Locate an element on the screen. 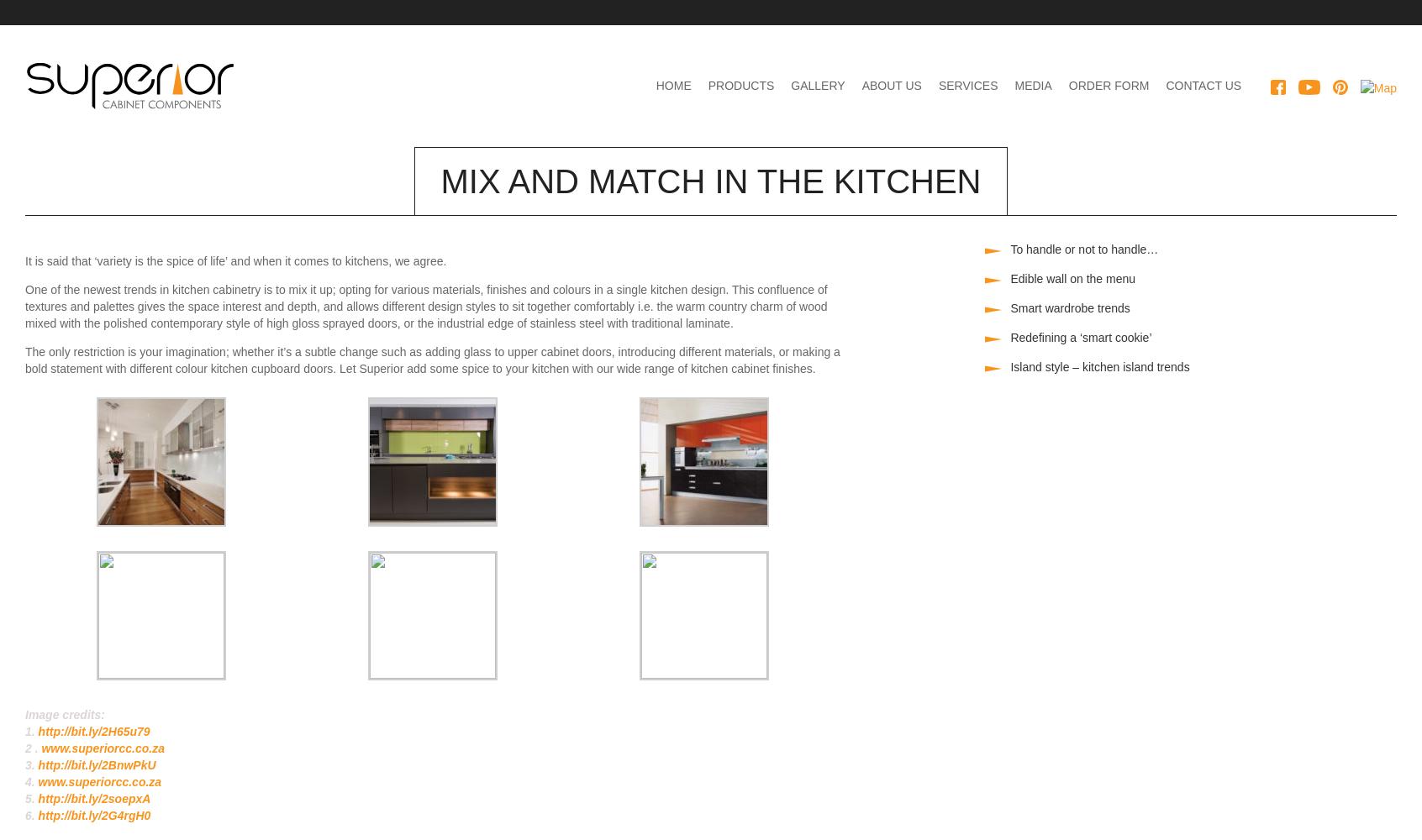  'Redefining a ‘smart cookie’' is located at coordinates (1079, 338).